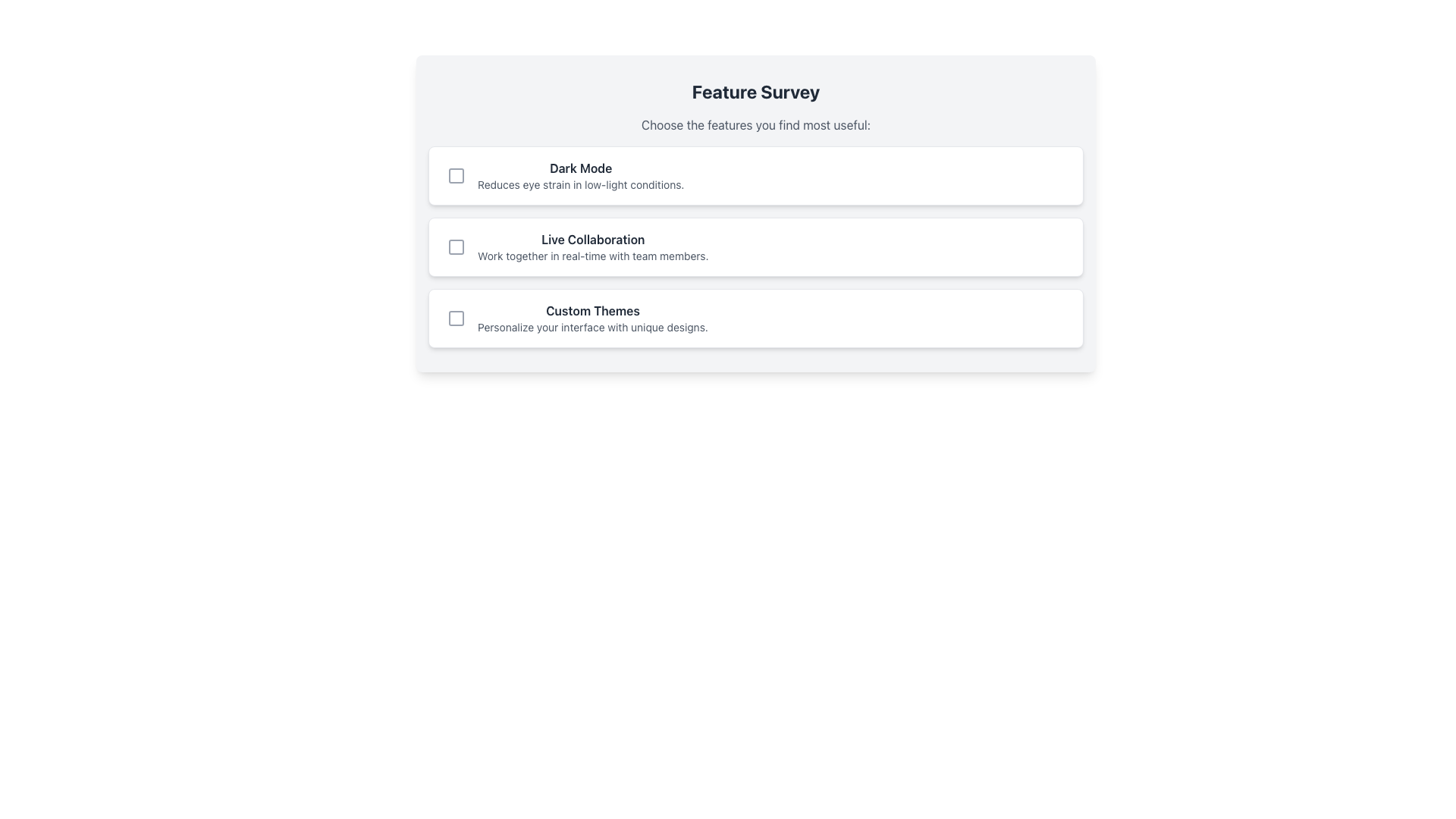  Describe the element at coordinates (580, 184) in the screenshot. I see `the text label that reads 'Reduces eye strain in low-light conditions.', which is positioned beneath the 'Dark Mode' text and checkbox` at that location.